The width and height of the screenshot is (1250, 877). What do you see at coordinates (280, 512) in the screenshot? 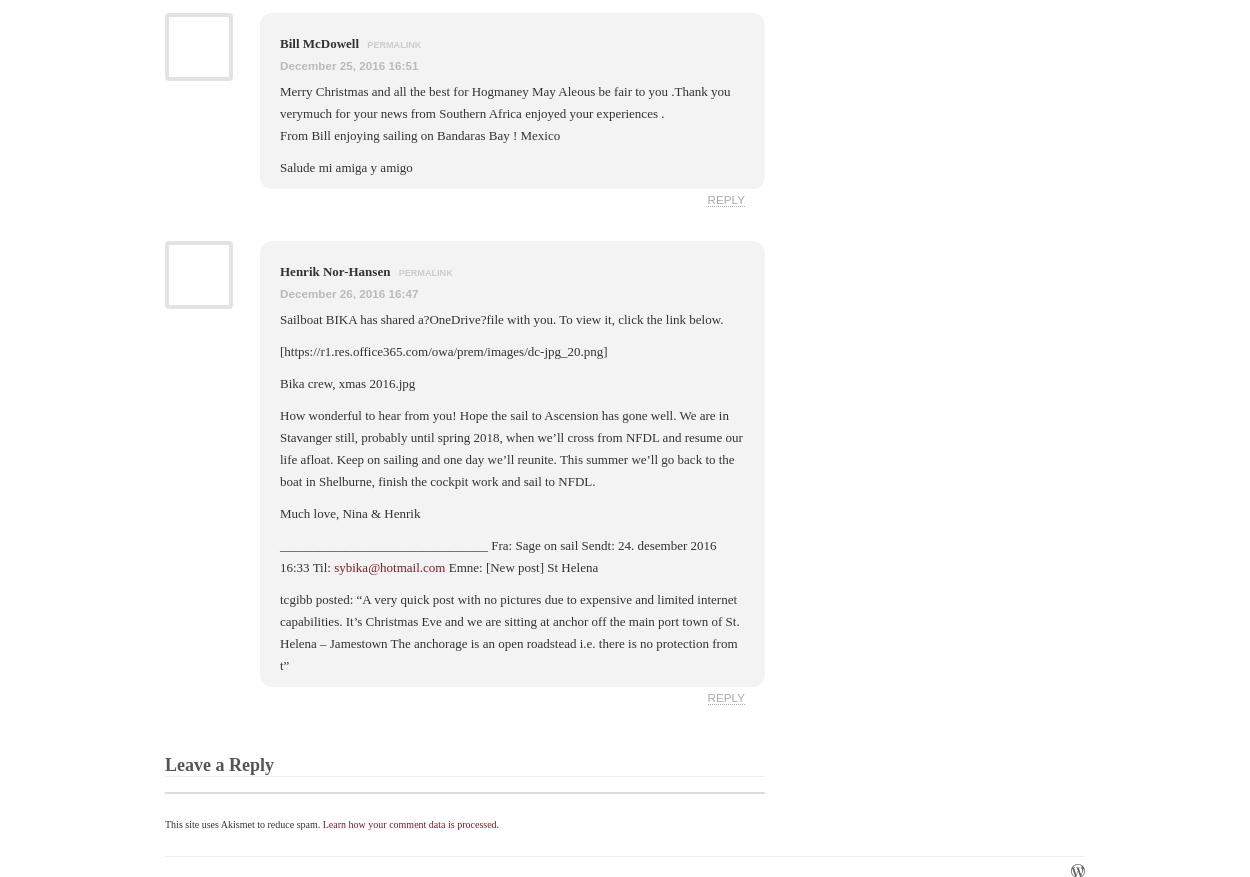
I see `'Much love, Nina & Henrik'` at bounding box center [280, 512].